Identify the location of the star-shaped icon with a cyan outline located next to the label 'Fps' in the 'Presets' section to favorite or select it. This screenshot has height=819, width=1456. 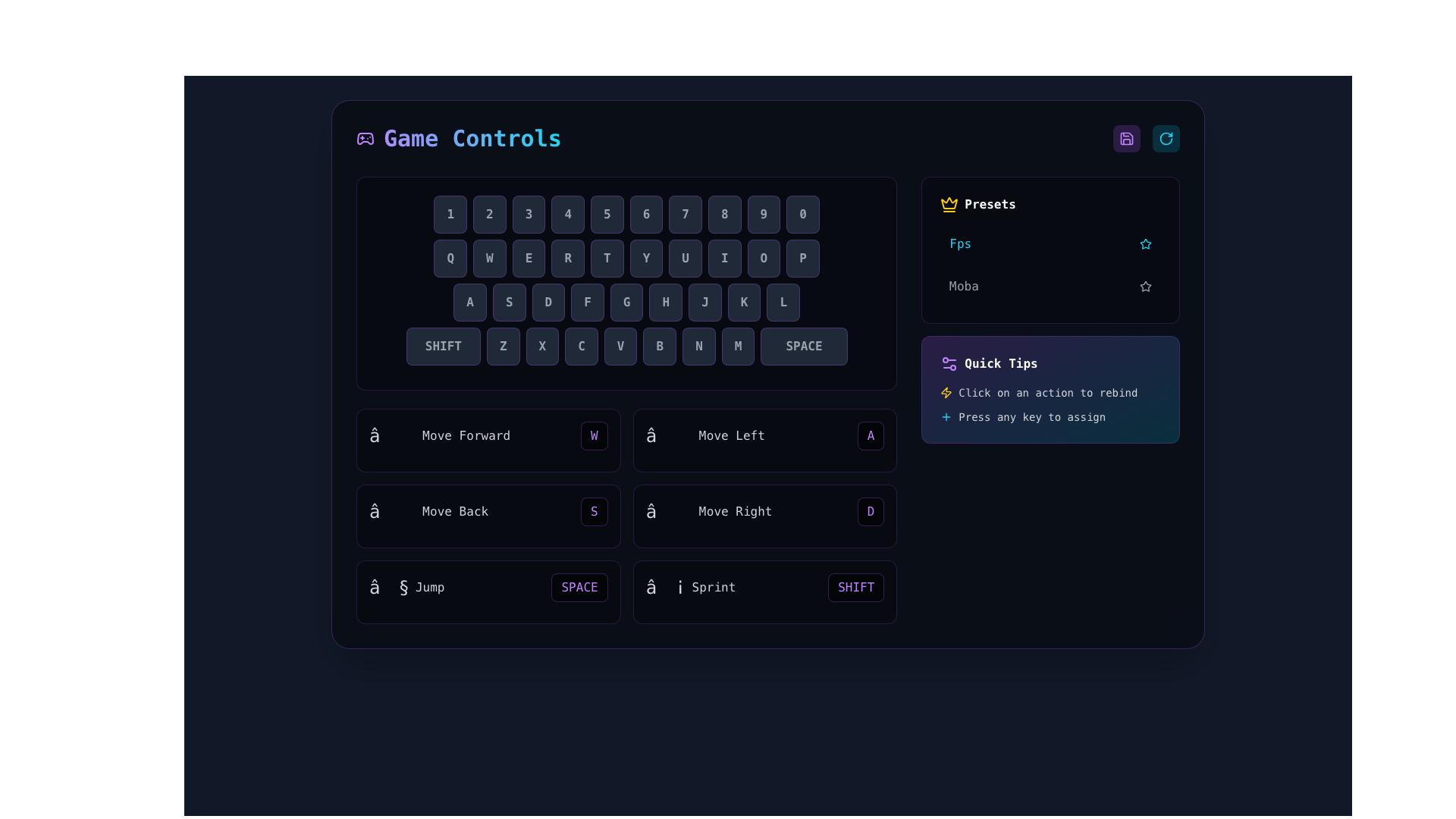
(1145, 242).